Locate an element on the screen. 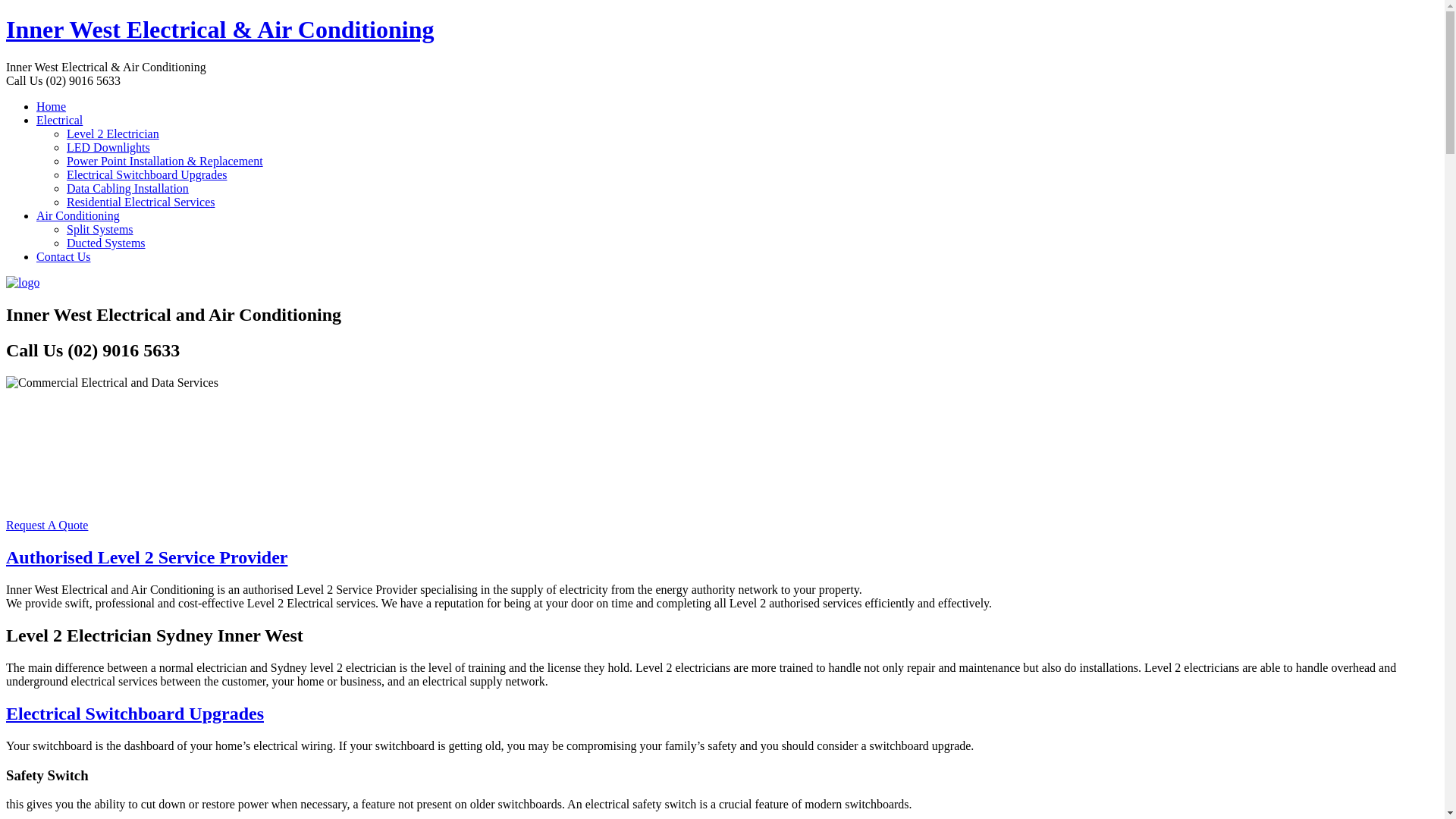 The image size is (1456, 819). 'Inner West Electrical & Air Conditioning' is located at coordinates (218, 29).